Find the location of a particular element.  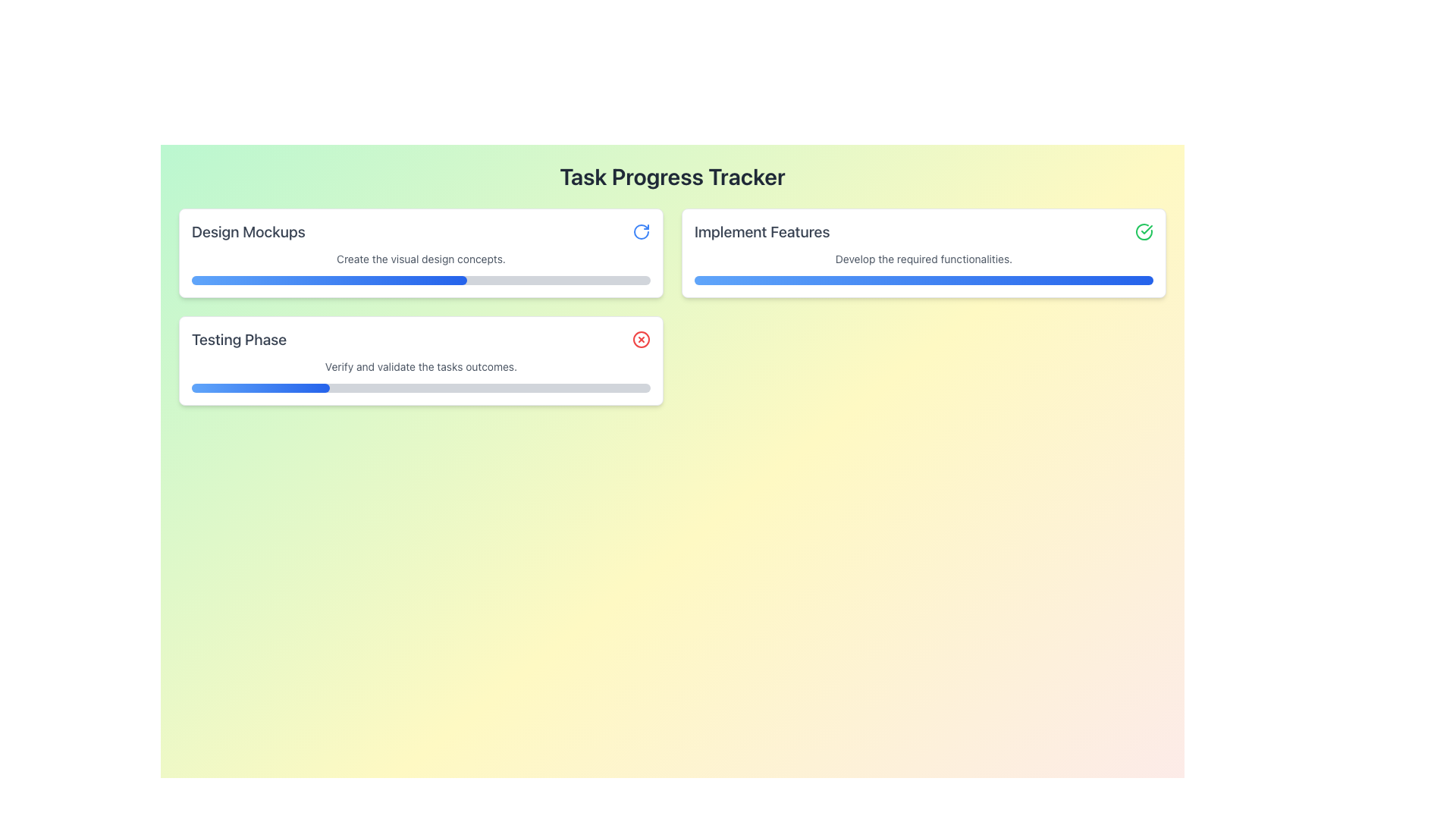

title 'Testing Phase' and the description 'Verify and validate the tasks outcomes.' from the Task Card, which is a rectangular card with a white background and rounded edges located in the bottom-left corner of the grid layout is located at coordinates (421, 360).